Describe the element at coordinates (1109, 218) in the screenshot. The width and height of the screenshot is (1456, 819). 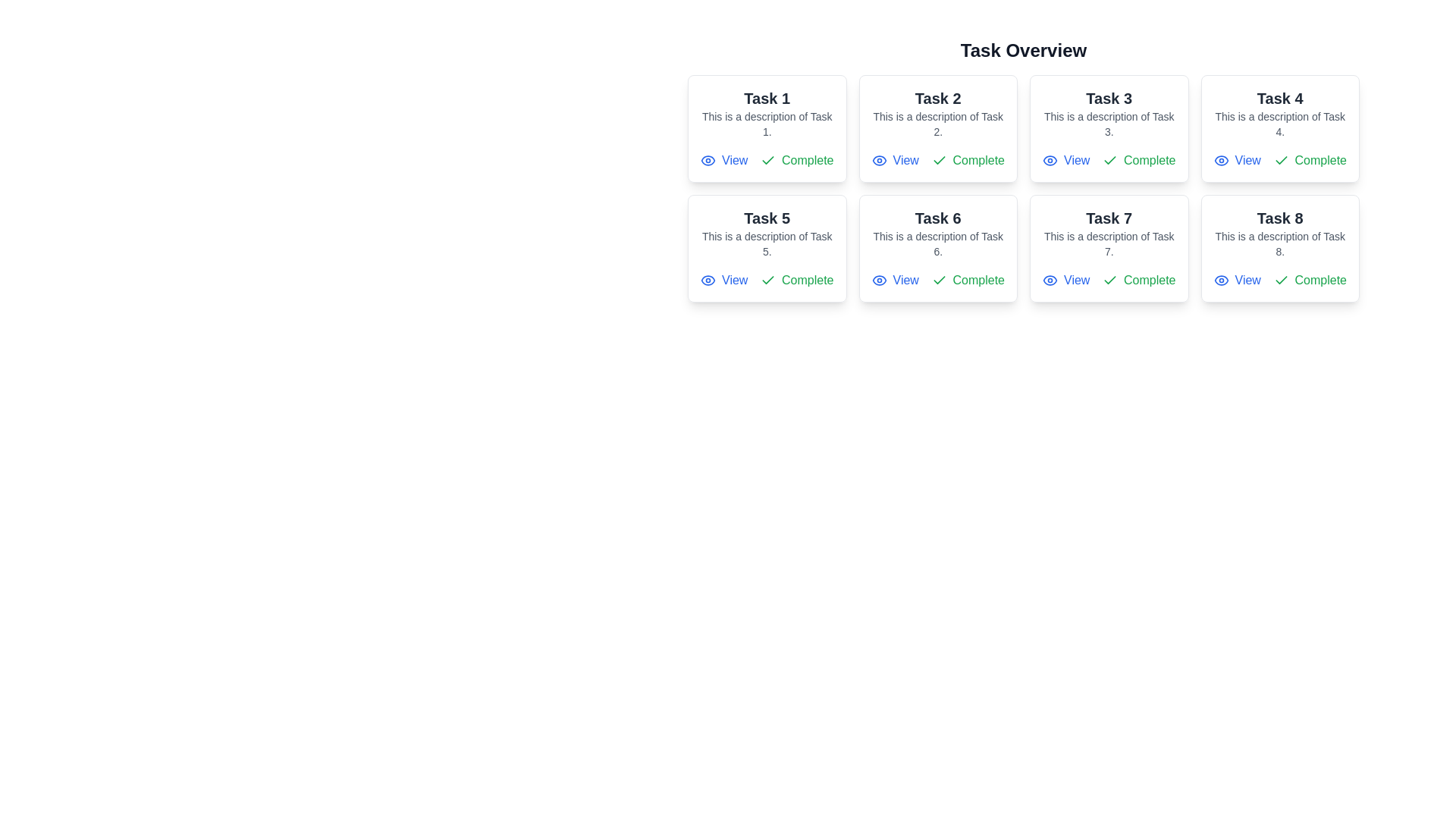
I see `the Text Label that serves as the title or heading of the card, located in the second row and third column of the grid layout` at that location.